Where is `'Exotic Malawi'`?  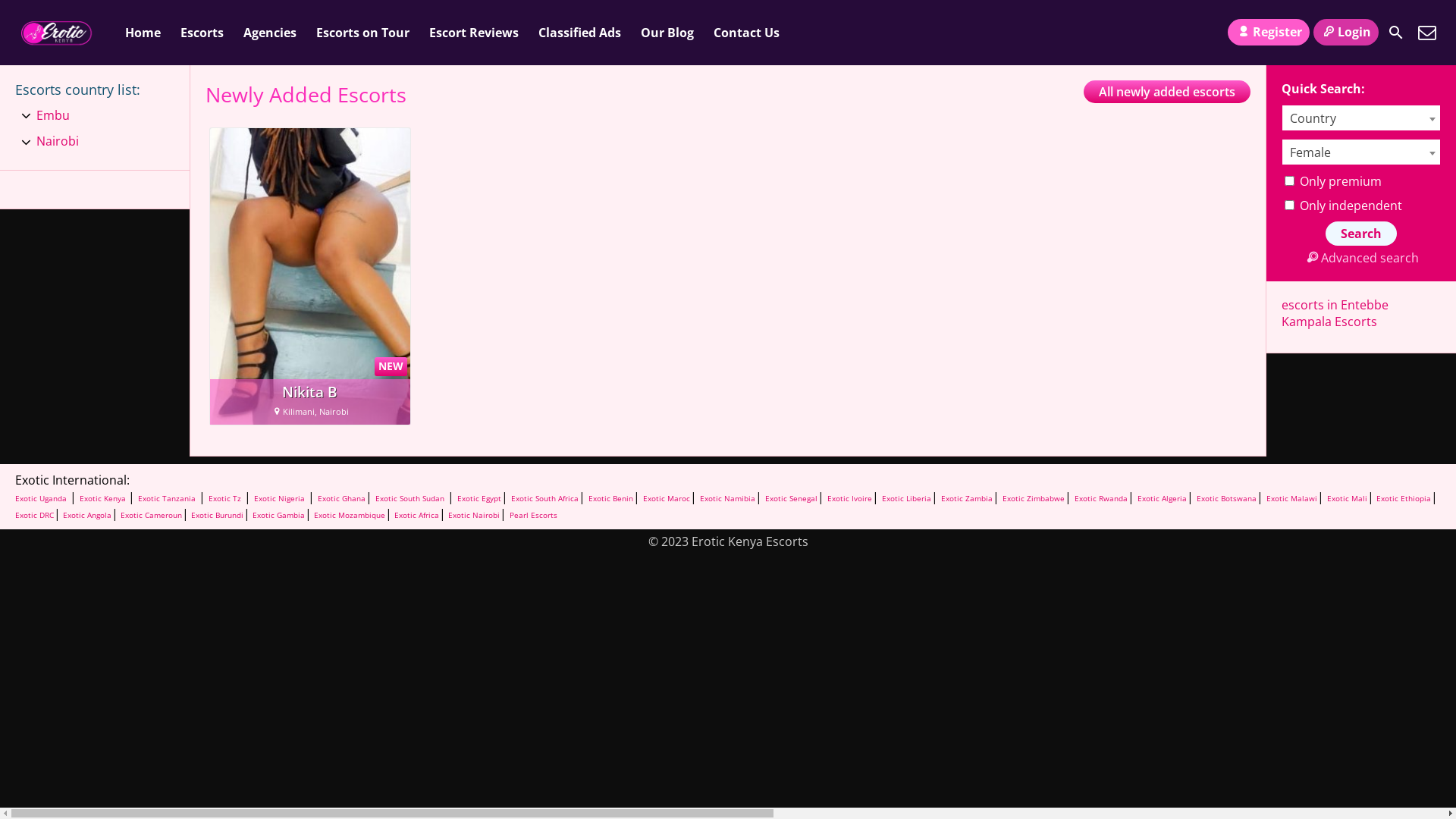 'Exotic Malawi' is located at coordinates (1291, 497).